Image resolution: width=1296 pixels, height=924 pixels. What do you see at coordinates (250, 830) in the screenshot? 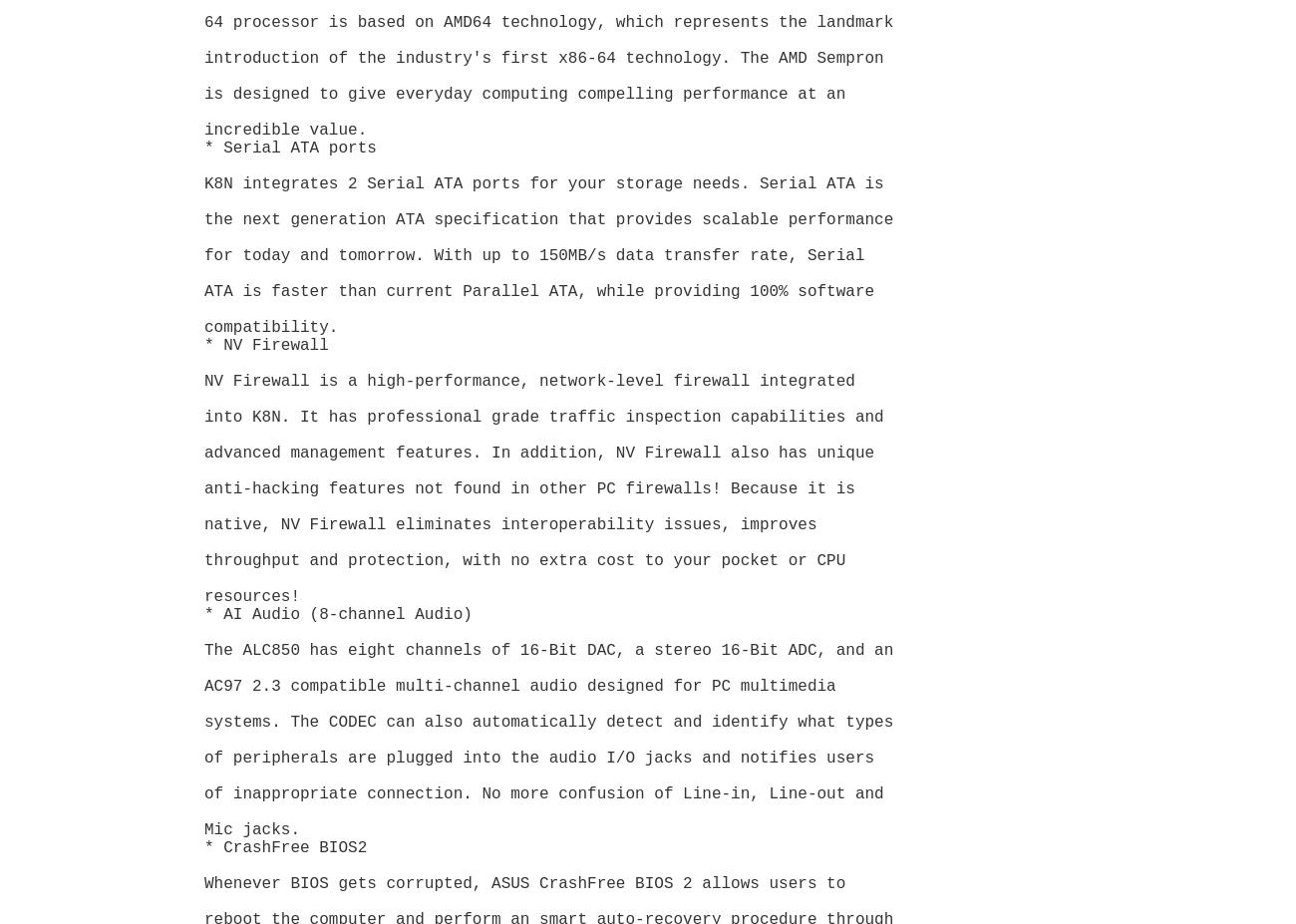
I see `'Mic jacks.'` at bounding box center [250, 830].